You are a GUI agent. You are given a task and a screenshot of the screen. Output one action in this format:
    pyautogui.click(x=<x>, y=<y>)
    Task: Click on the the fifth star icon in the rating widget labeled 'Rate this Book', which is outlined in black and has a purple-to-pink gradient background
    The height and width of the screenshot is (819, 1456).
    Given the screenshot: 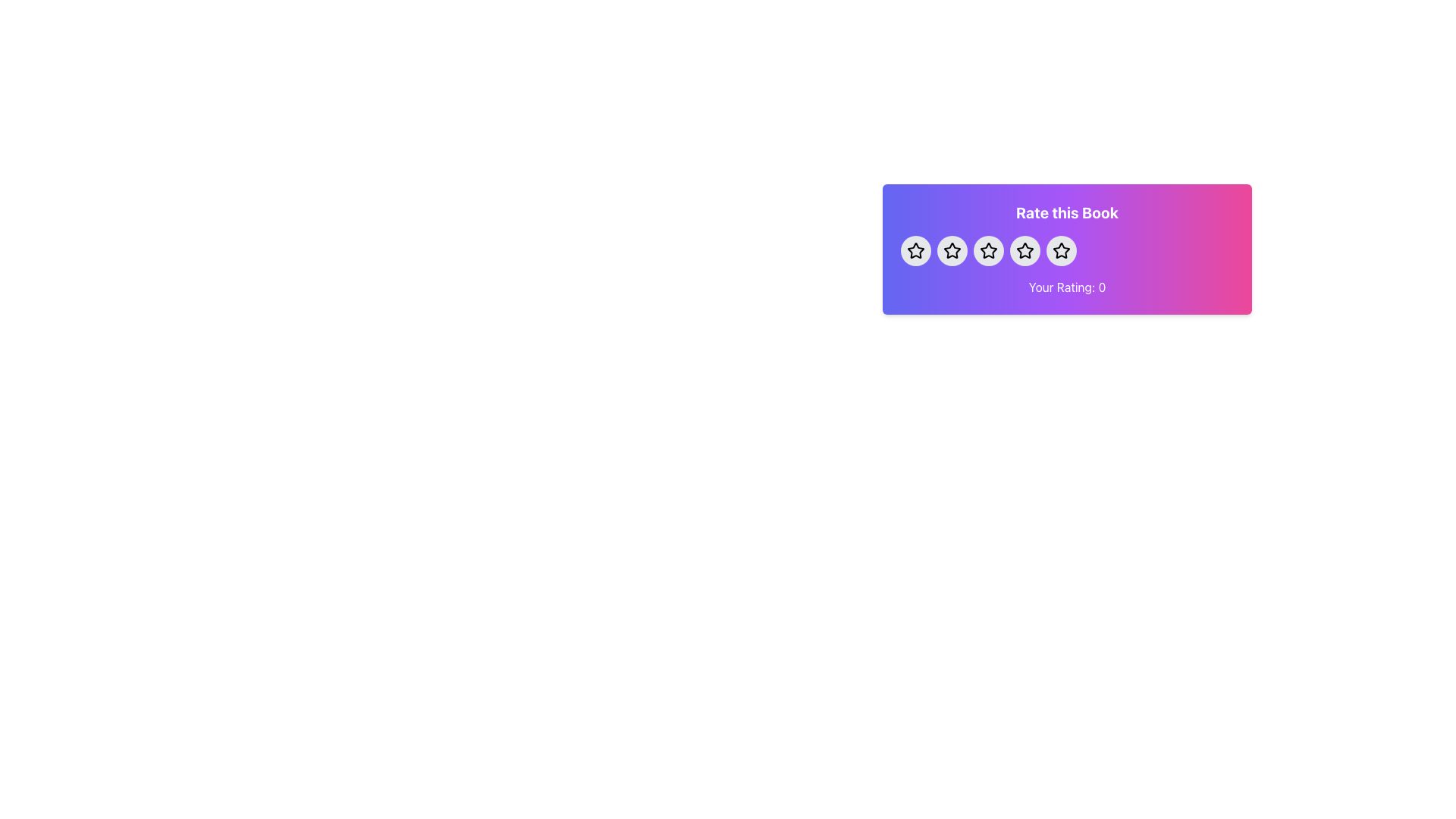 What is the action you would take?
    pyautogui.click(x=1061, y=249)
    